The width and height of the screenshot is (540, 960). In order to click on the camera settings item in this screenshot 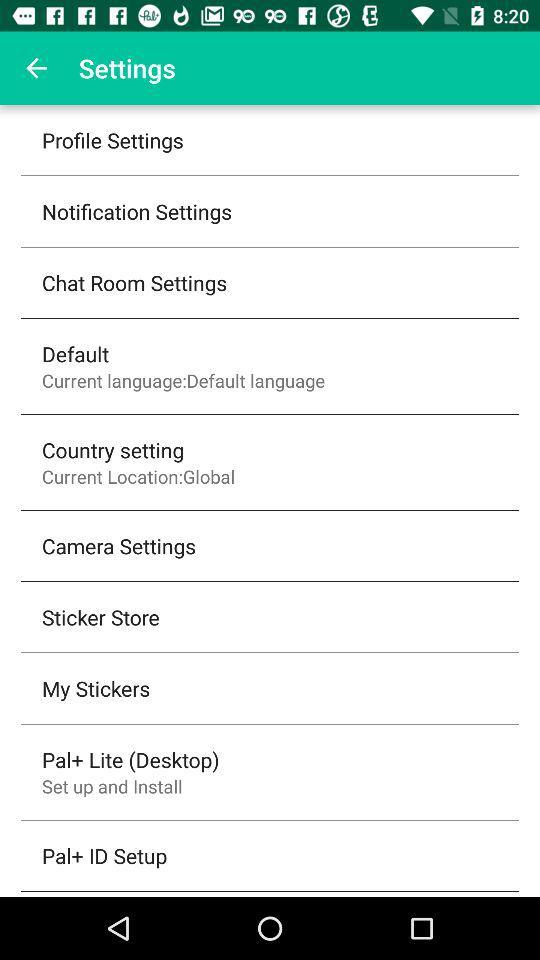, I will do `click(119, 545)`.